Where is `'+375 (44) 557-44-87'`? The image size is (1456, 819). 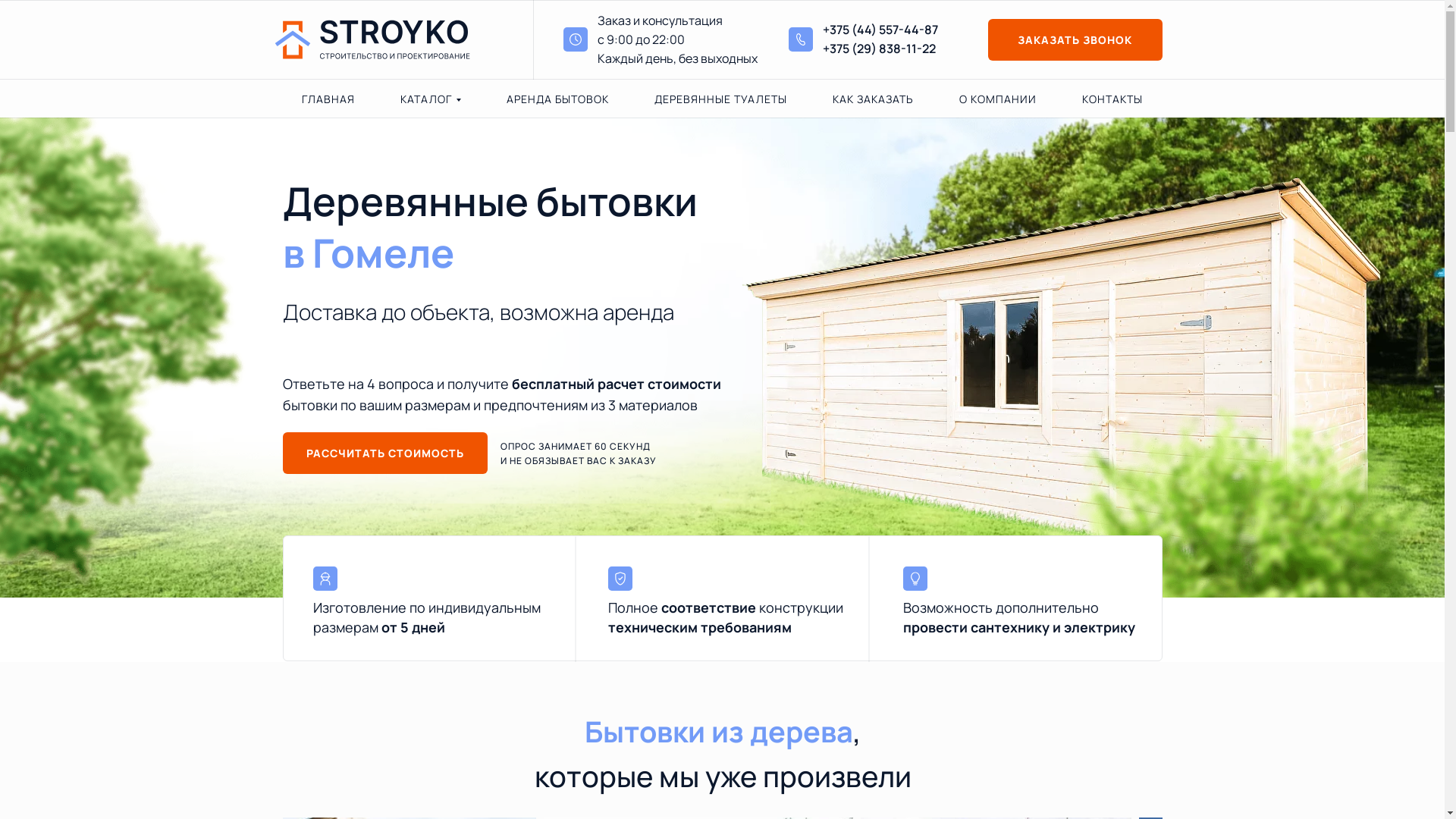 '+375 (44) 557-44-87' is located at coordinates (821, 29).